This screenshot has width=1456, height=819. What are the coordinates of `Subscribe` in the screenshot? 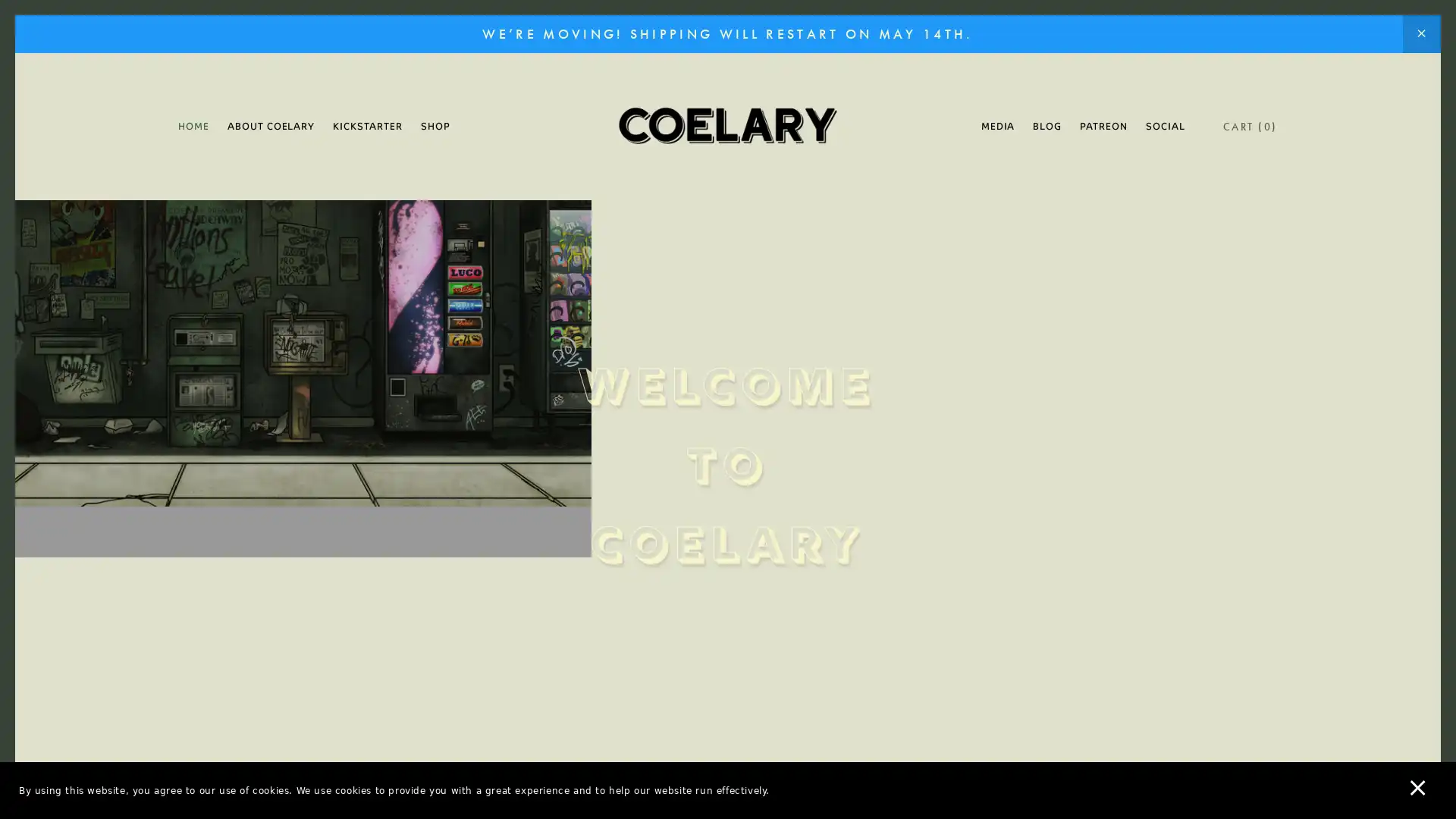 It's located at (870, 526).